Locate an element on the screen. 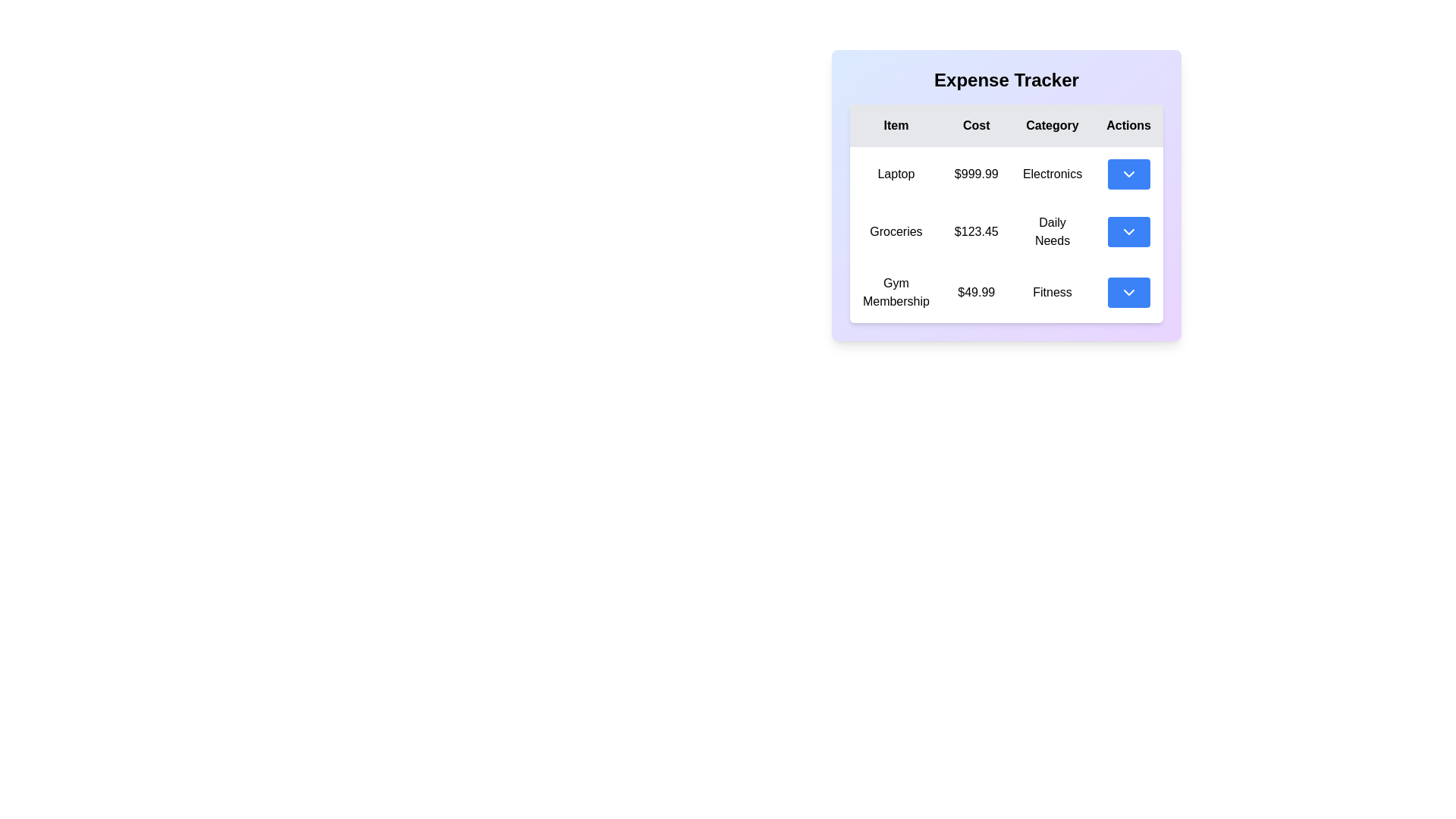 The height and width of the screenshot is (819, 1456). the blue rectangular button with a downward-pointing arrow icon, located in the last row of the 'Actions' column next to the 'Fitness' text is located at coordinates (1128, 292).